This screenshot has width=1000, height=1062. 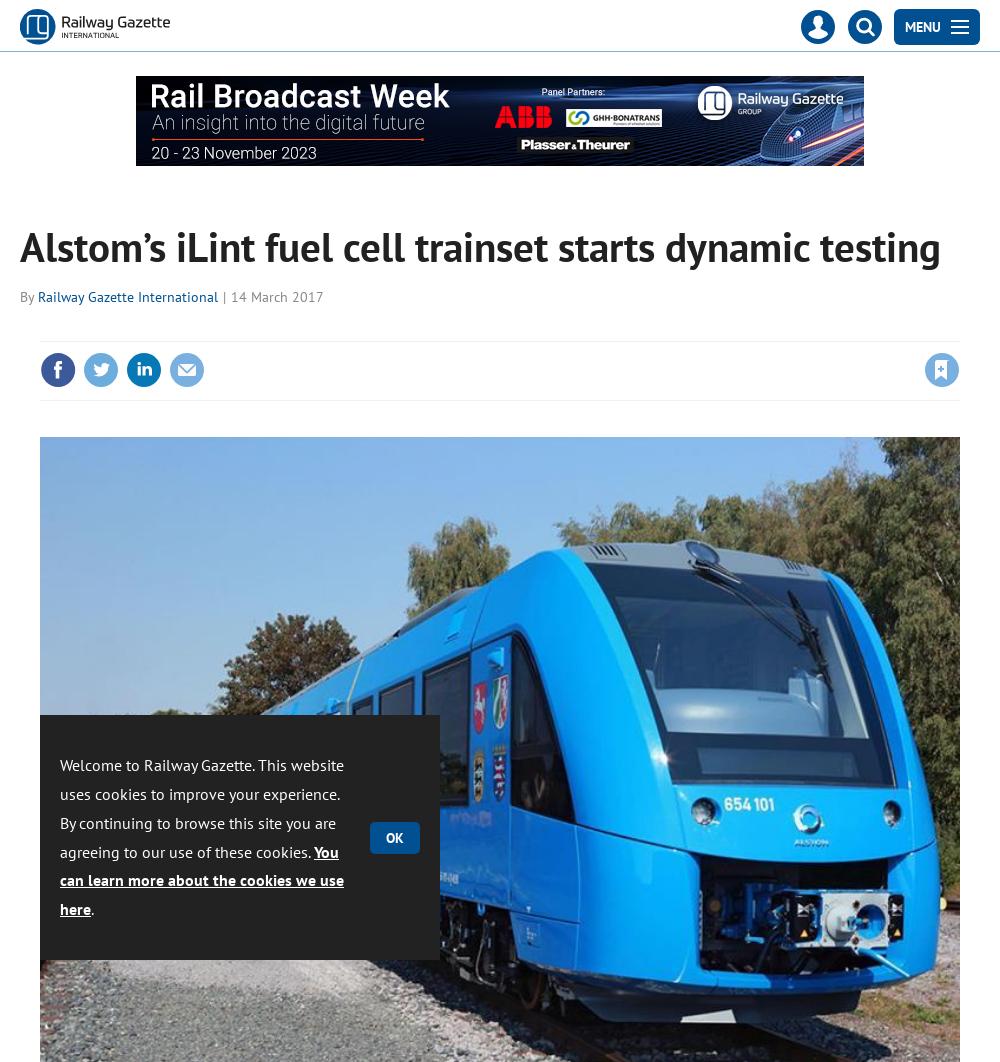 What do you see at coordinates (230, 294) in the screenshot?
I see `'14 March 2017'` at bounding box center [230, 294].